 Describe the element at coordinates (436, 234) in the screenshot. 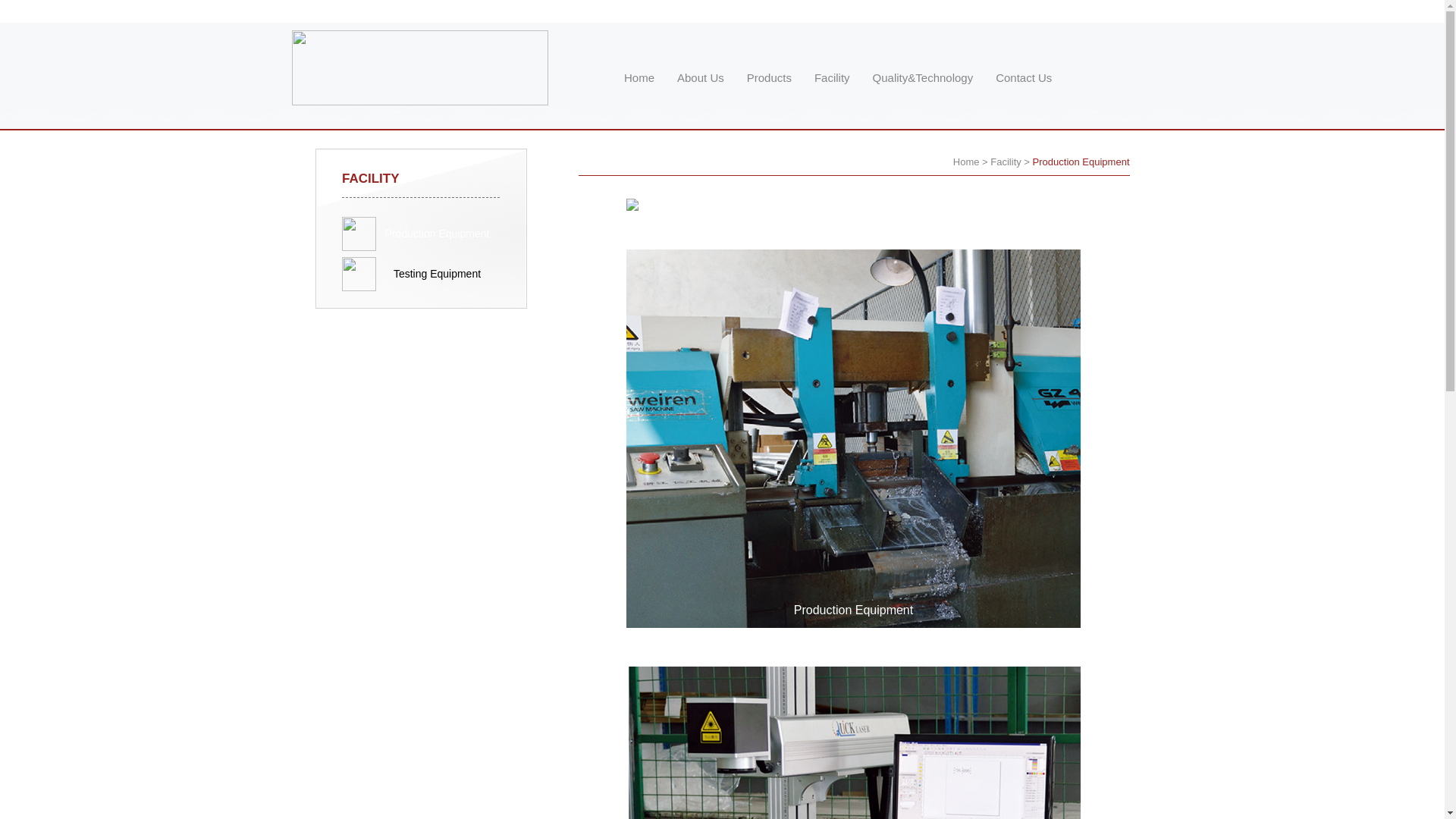

I see `'Production Equipment'` at that location.